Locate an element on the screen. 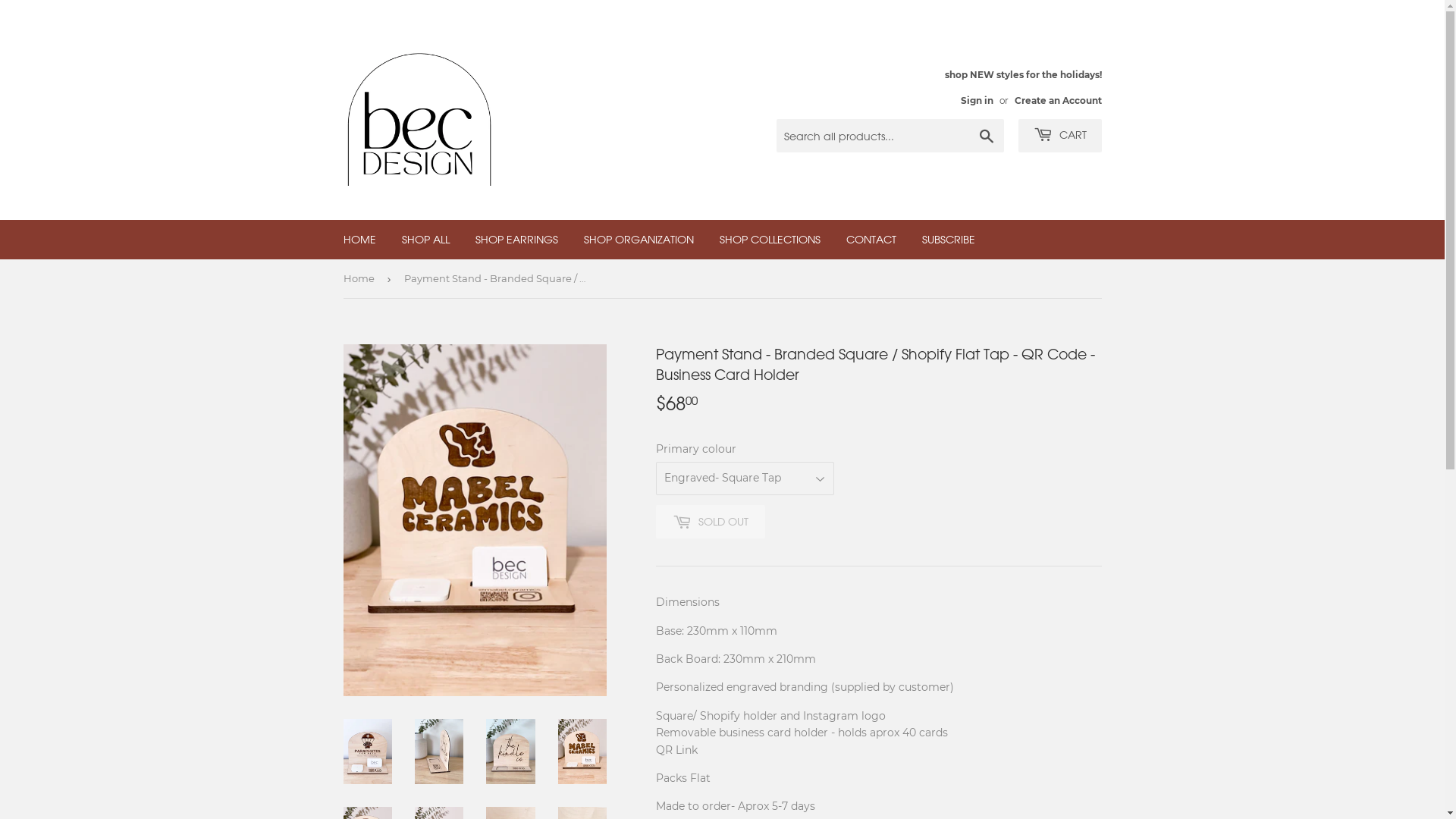 The width and height of the screenshot is (1456, 819). 'SHOP COLLECTIONS' is located at coordinates (770, 239).